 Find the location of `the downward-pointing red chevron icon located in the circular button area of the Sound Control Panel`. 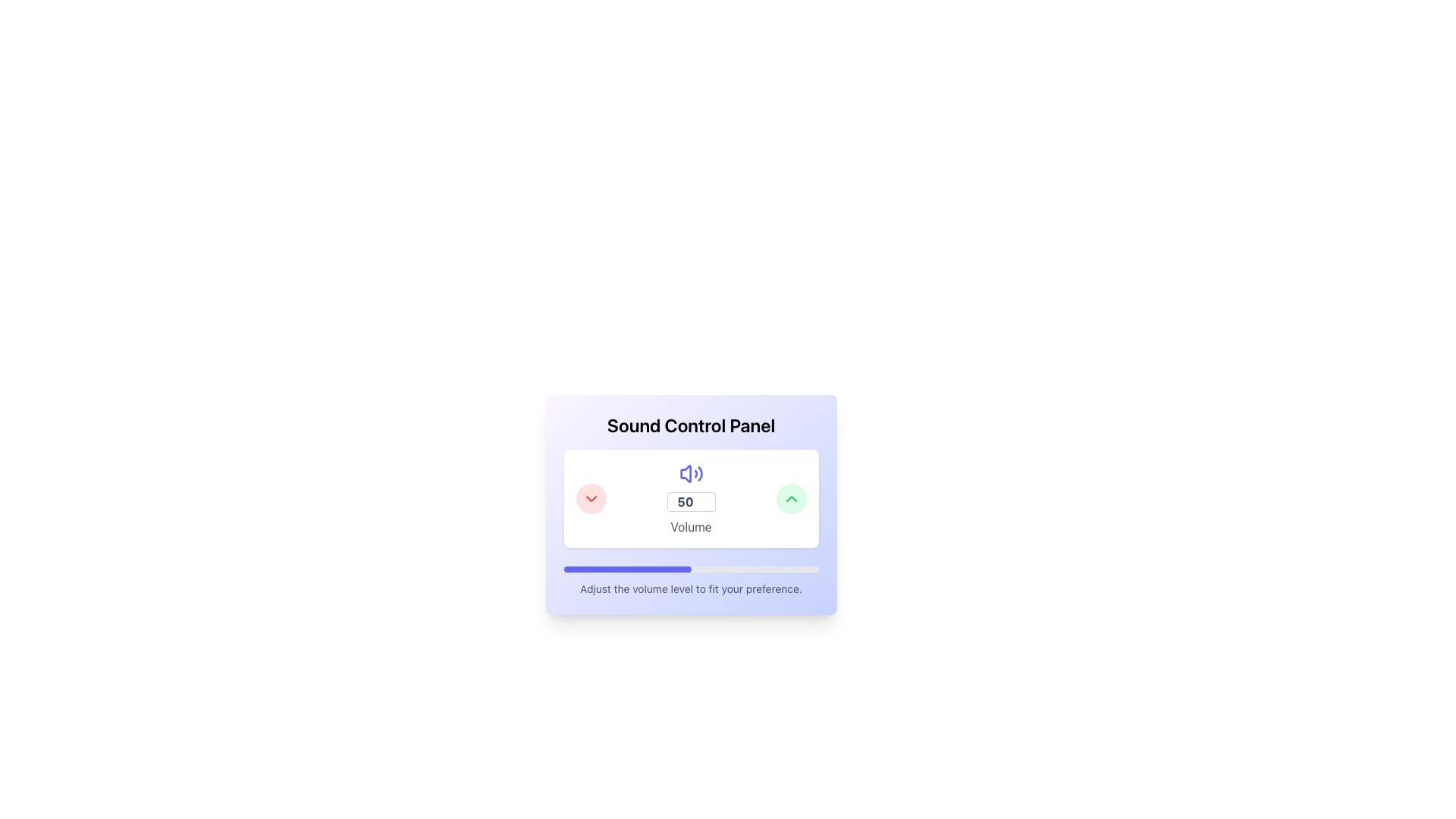

the downward-pointing red chevron icon located in the circular button area of the Sound Control Panel is located at coordinates (590, 499).